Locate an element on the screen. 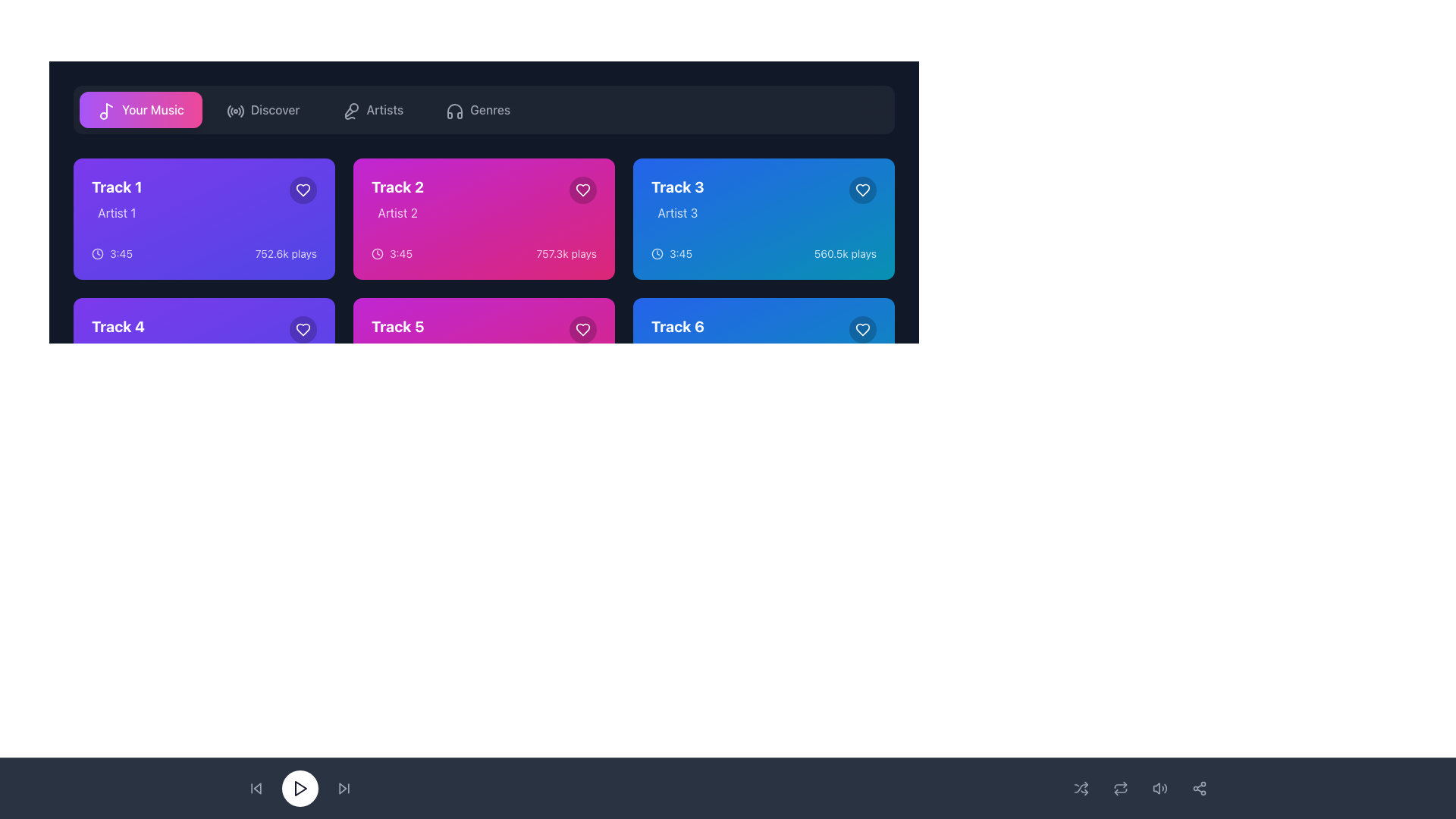  the speaker body icon is located at coordinates (1156, 788).